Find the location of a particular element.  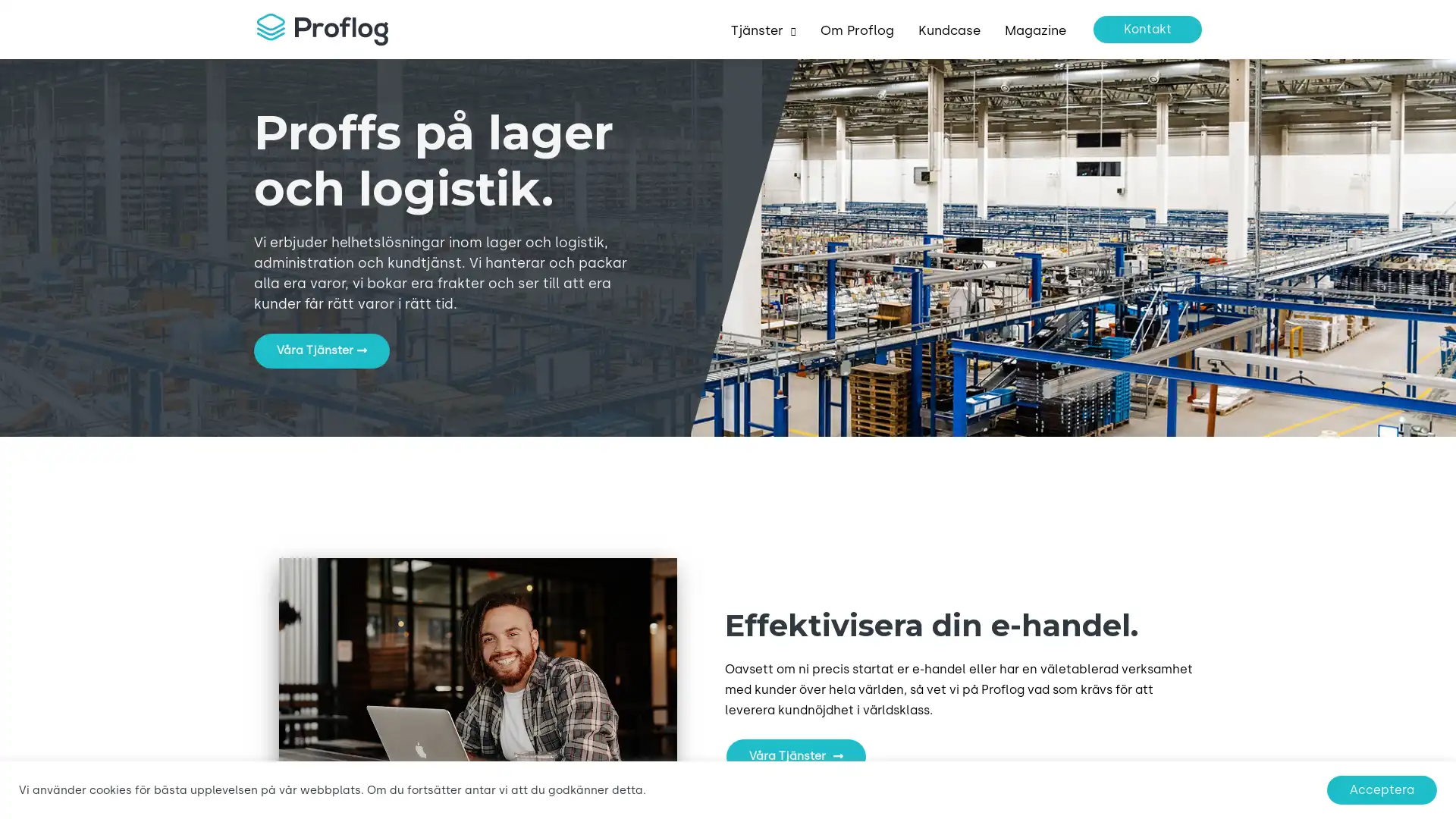

Vara Tjanster is located at coordinates (795, 757).